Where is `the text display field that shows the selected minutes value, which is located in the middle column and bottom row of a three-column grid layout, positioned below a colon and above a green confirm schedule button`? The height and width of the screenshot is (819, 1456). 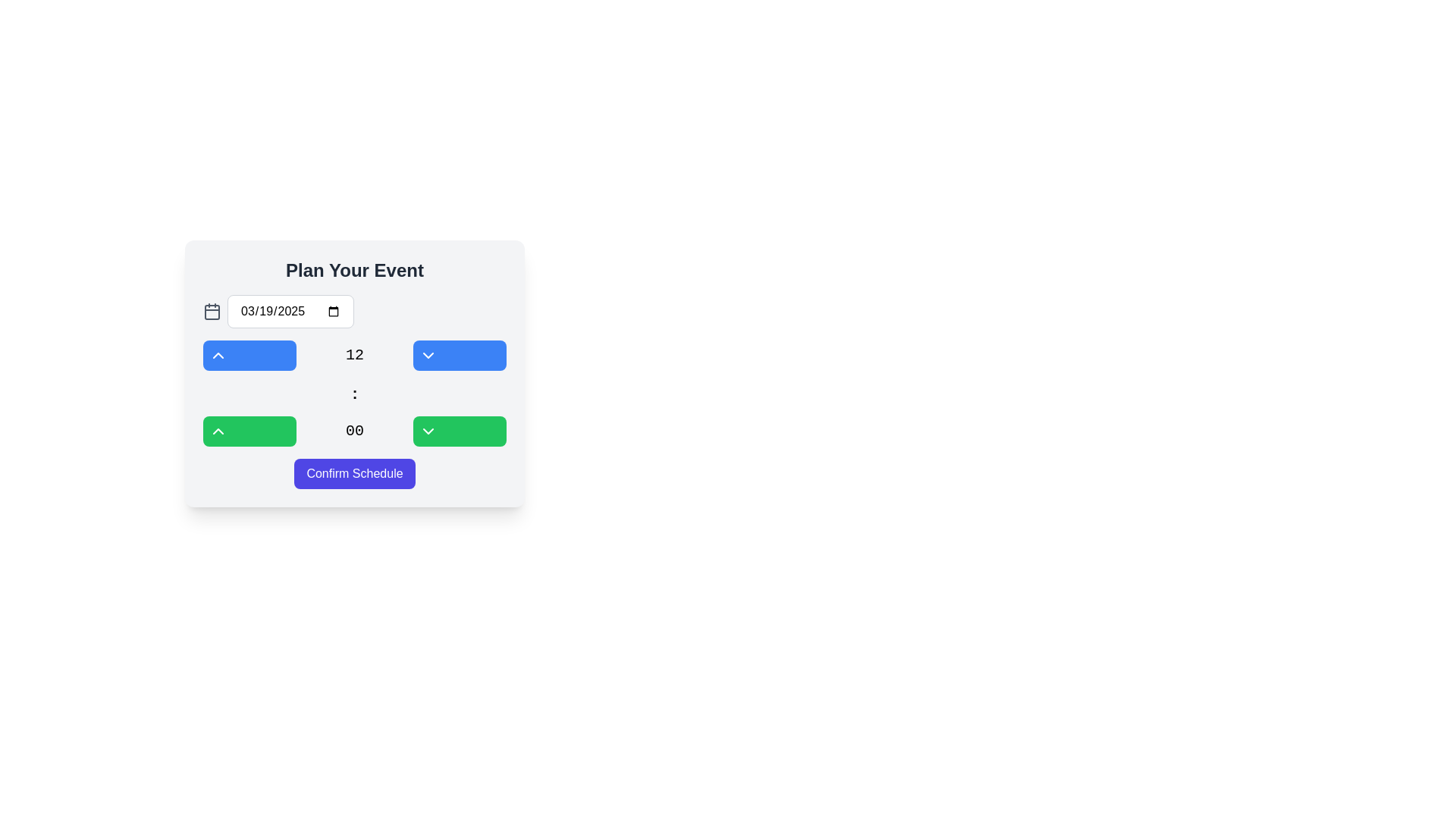
the text display field that shows the selected minutes value, which is located in the middle column and bottom row of a three-column grid layout, positioned below a colon and above a green confirm schedule button is located at coordinates (353, 431).